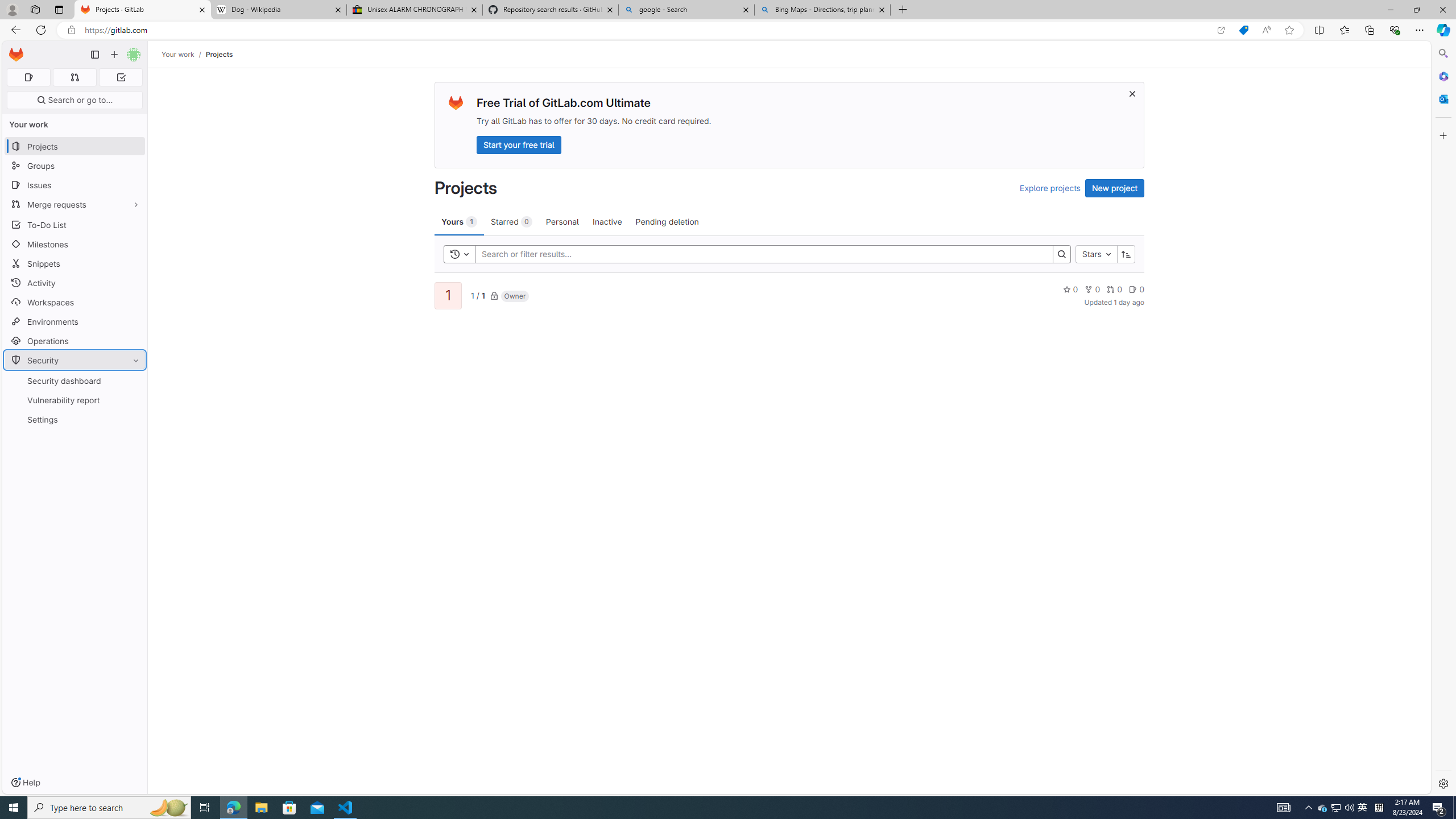  What do you see at coordinates (74, 185) in the screenshot?
I see `'Issues'` at bounding box center [74, 185].